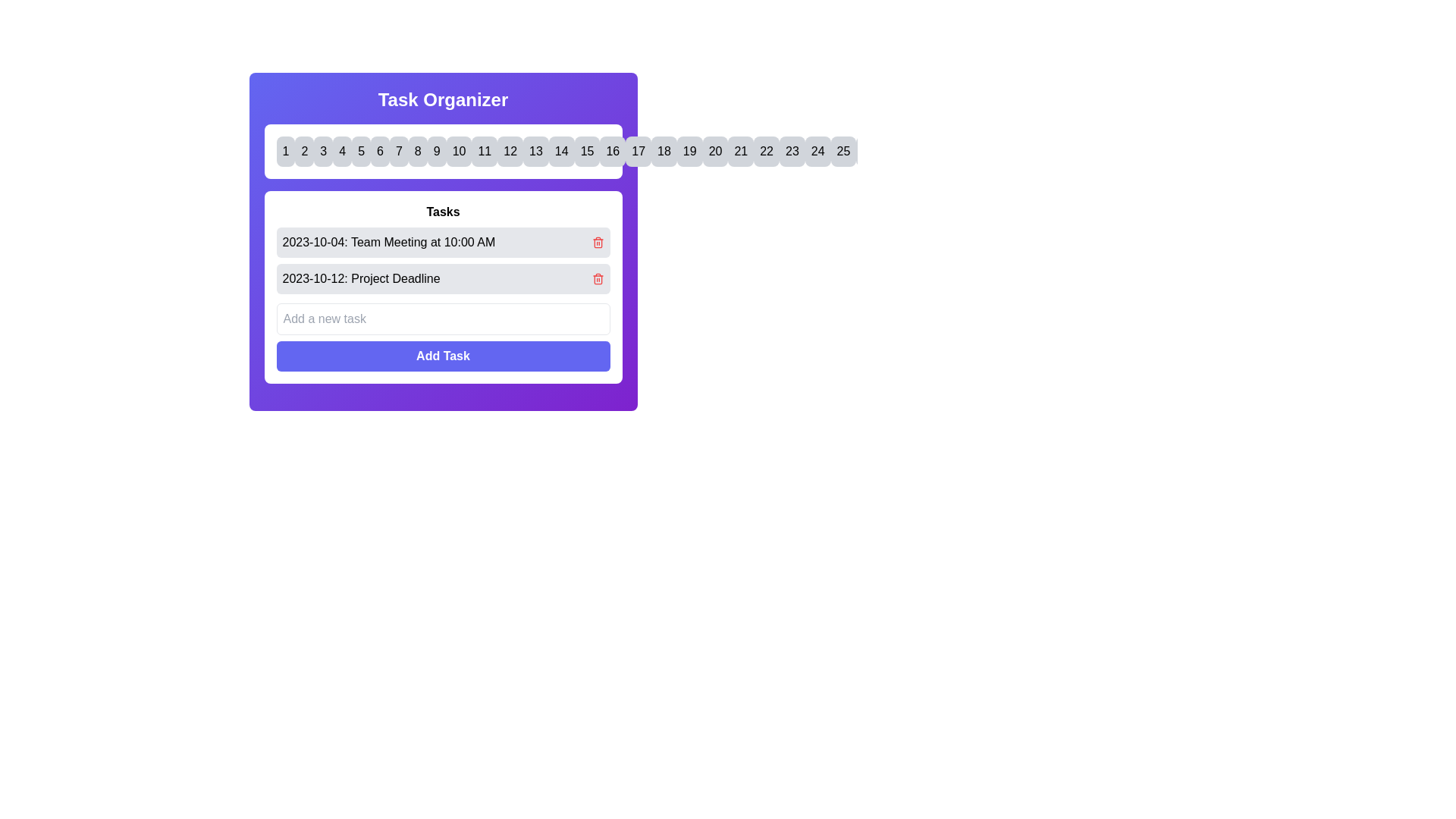  What do you see at coordinates (322, 152) in the screenshot?
I see `the small rectangular button with rounded corners displaying the number '3' in bold black text` at bounding box center [322, 152].